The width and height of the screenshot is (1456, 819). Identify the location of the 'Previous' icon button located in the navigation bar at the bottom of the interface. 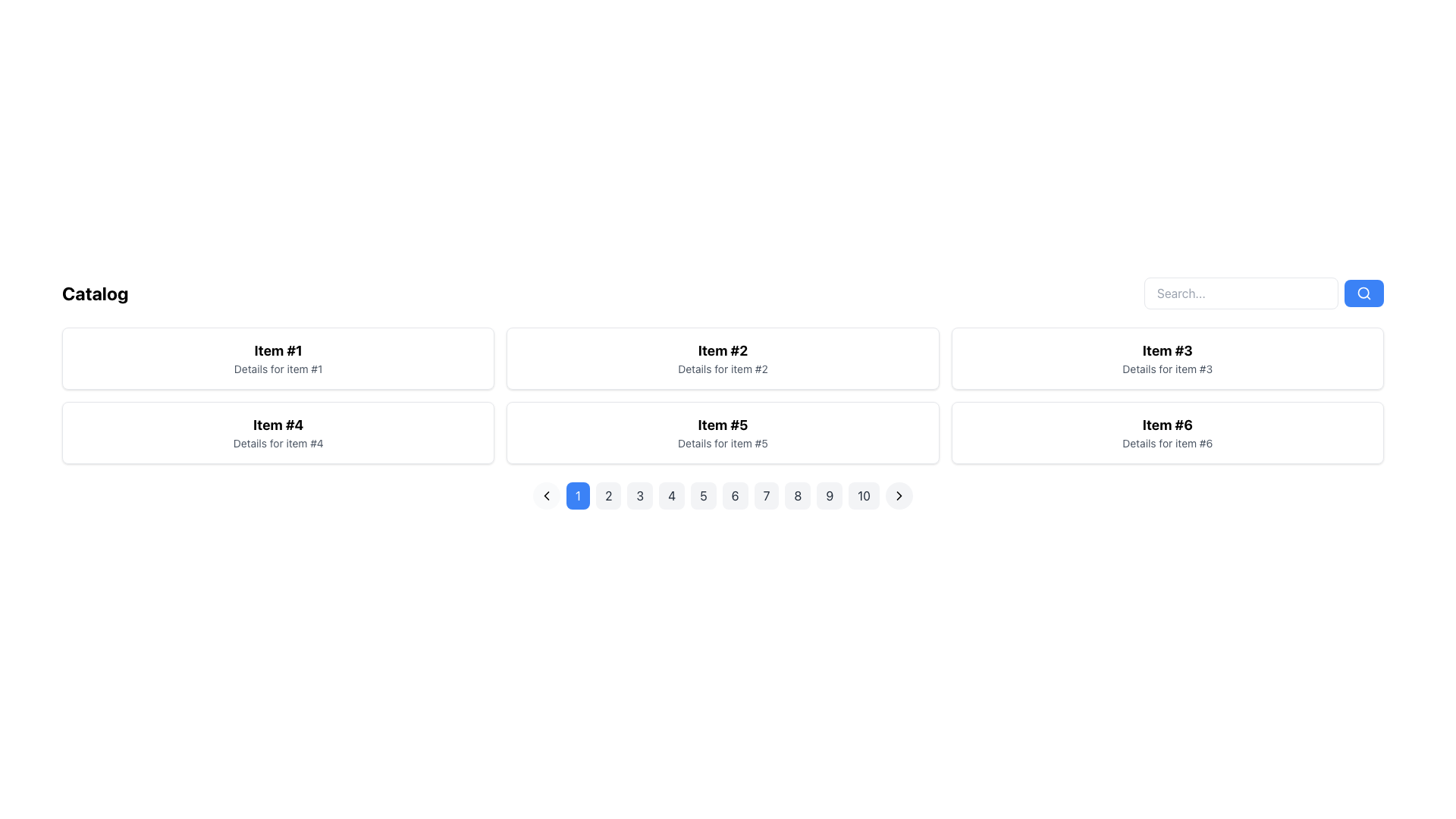
(546, 496).